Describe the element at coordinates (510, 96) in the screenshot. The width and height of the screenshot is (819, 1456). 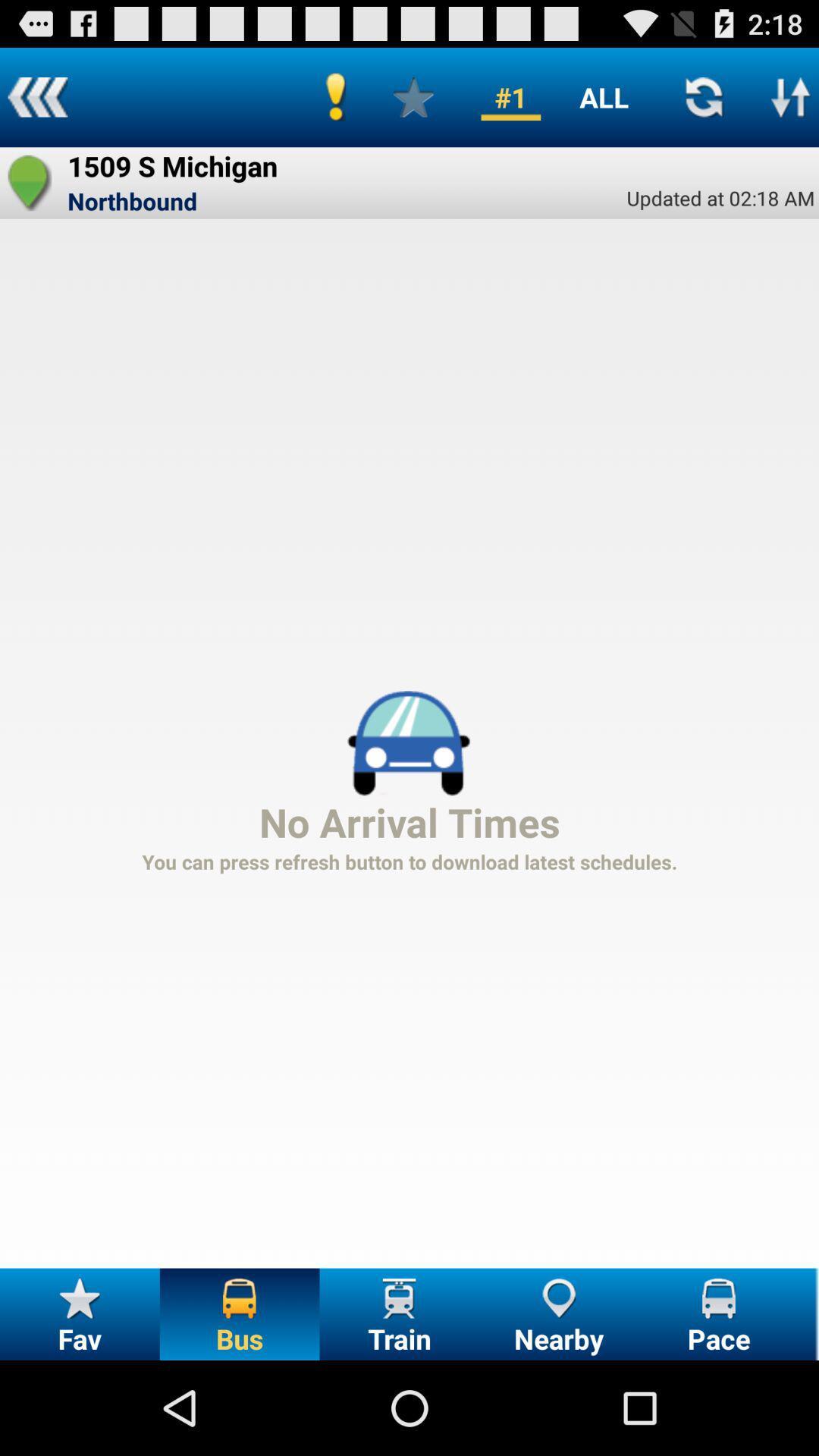
I see `the   #1   button` at that location.